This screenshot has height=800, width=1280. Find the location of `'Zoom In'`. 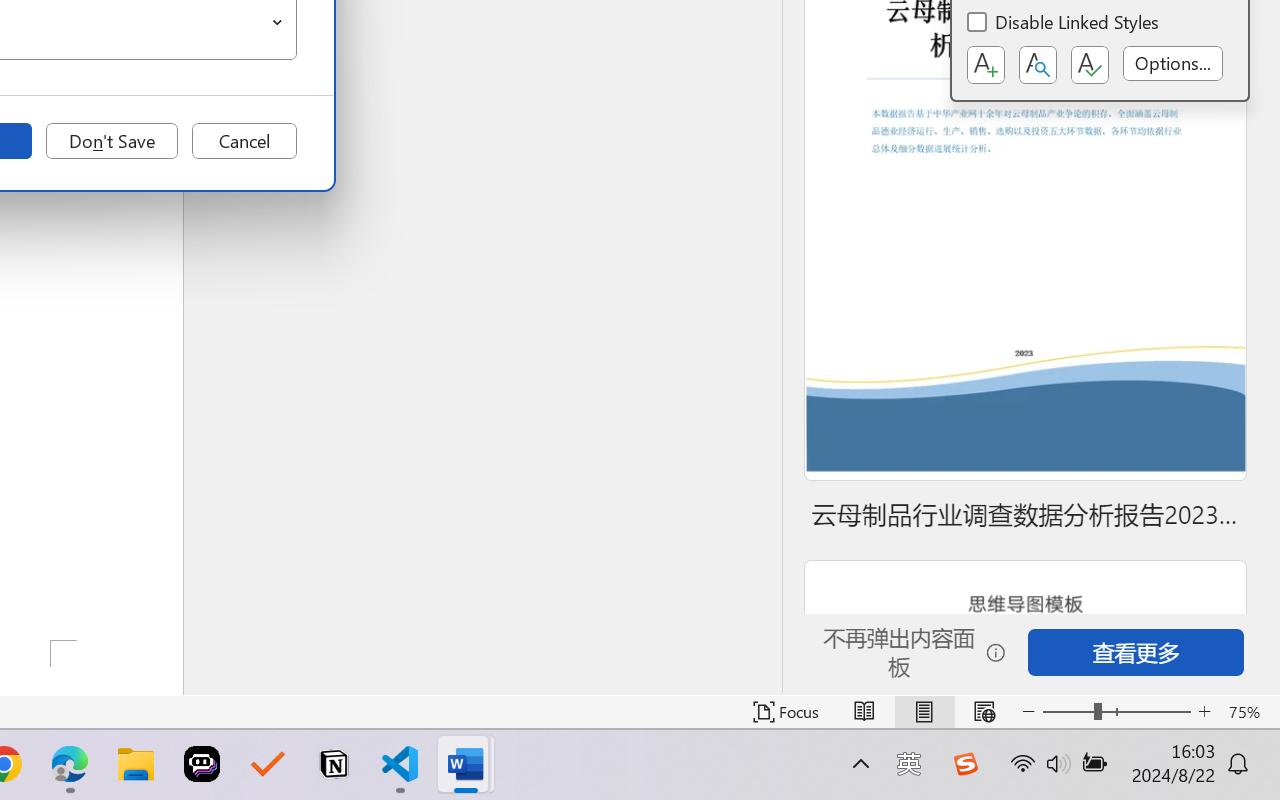

'Zoom In' is located at coordinates (1204, 711).